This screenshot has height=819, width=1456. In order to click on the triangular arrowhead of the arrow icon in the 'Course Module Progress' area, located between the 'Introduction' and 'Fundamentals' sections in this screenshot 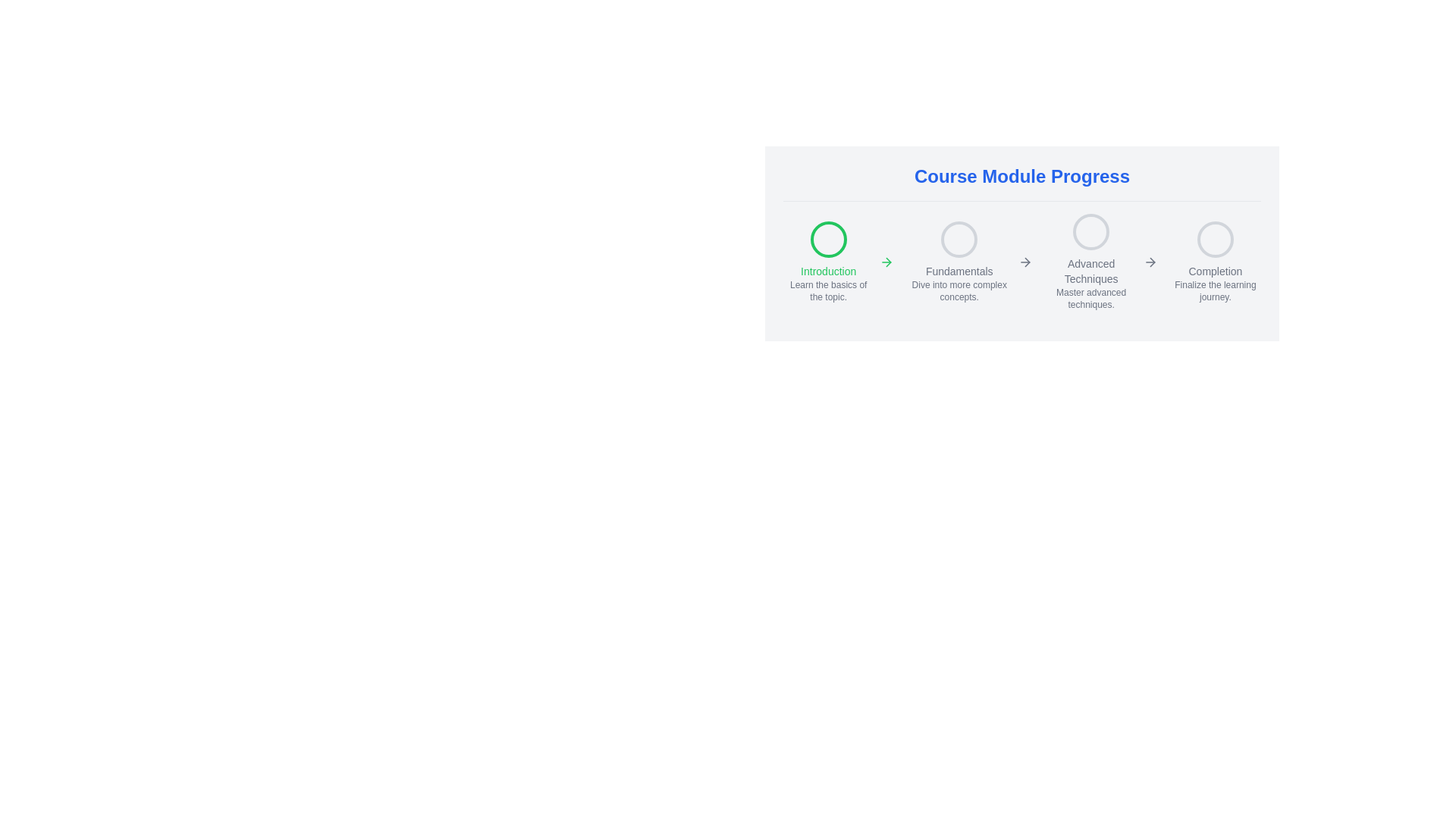, I will do `click(1028, 262)`.